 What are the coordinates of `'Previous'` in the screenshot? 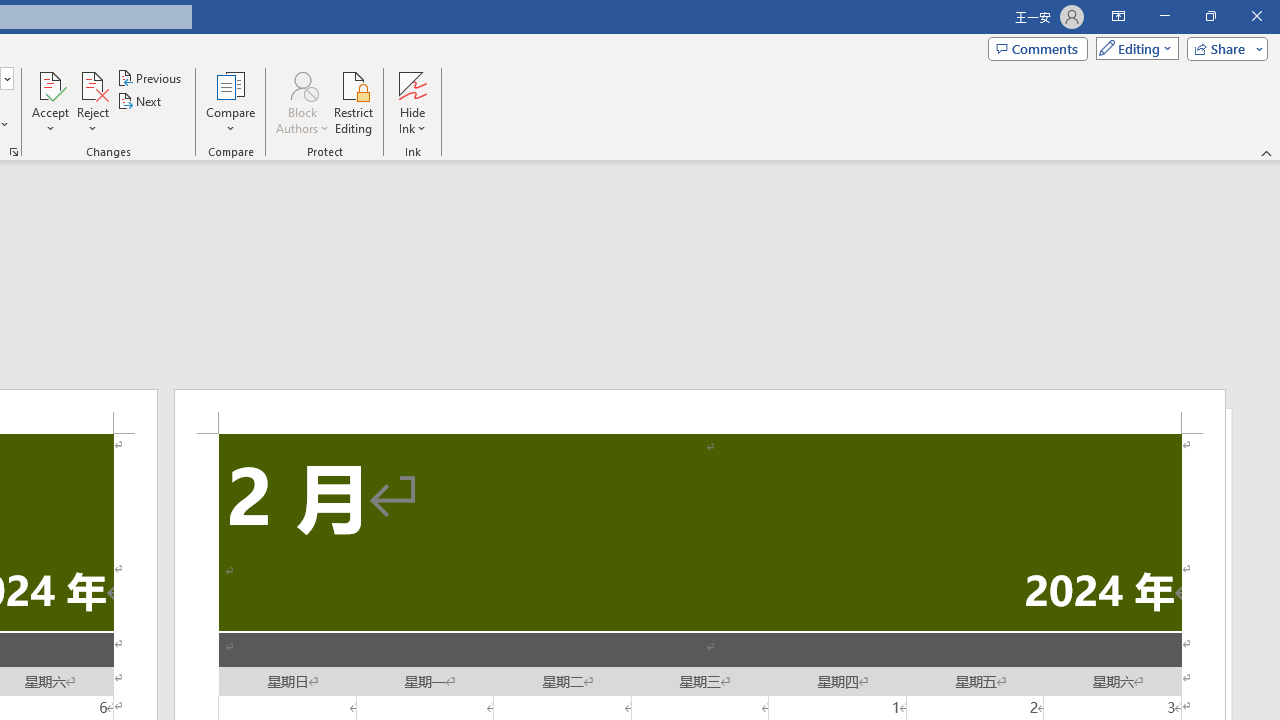 It's located at (150, 77).